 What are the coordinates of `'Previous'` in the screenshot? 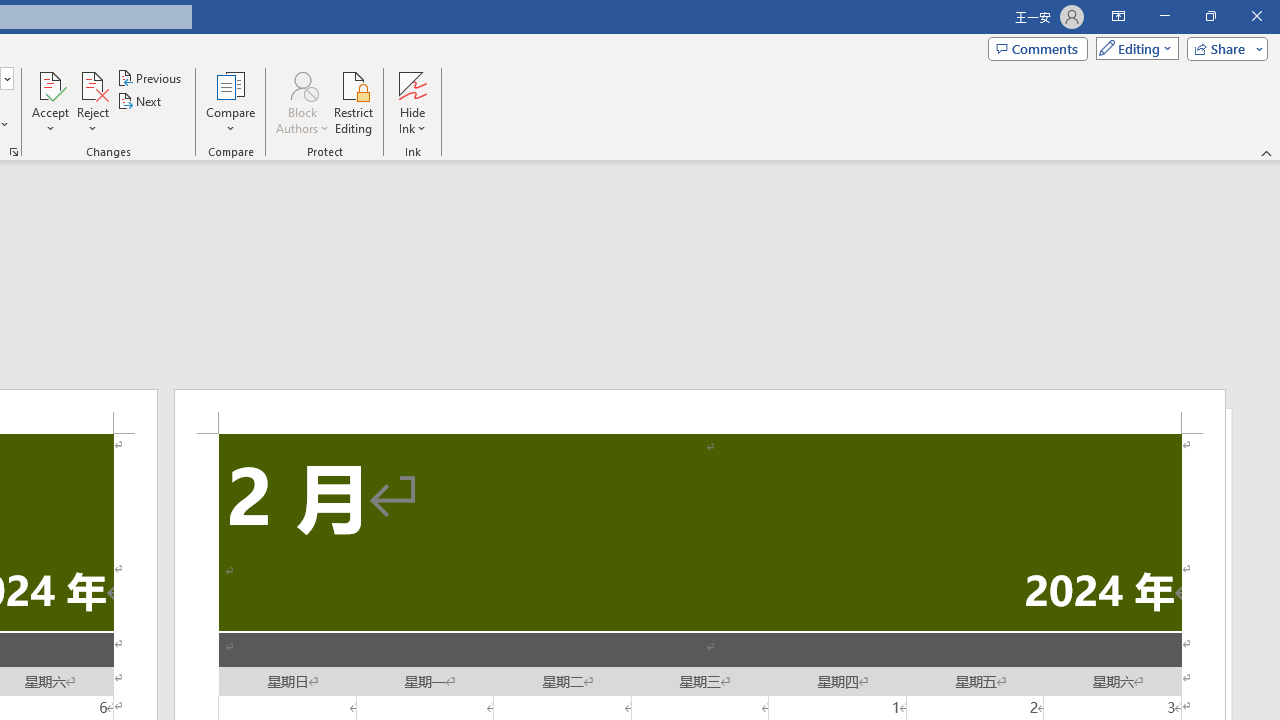 It's located at (150, 77).